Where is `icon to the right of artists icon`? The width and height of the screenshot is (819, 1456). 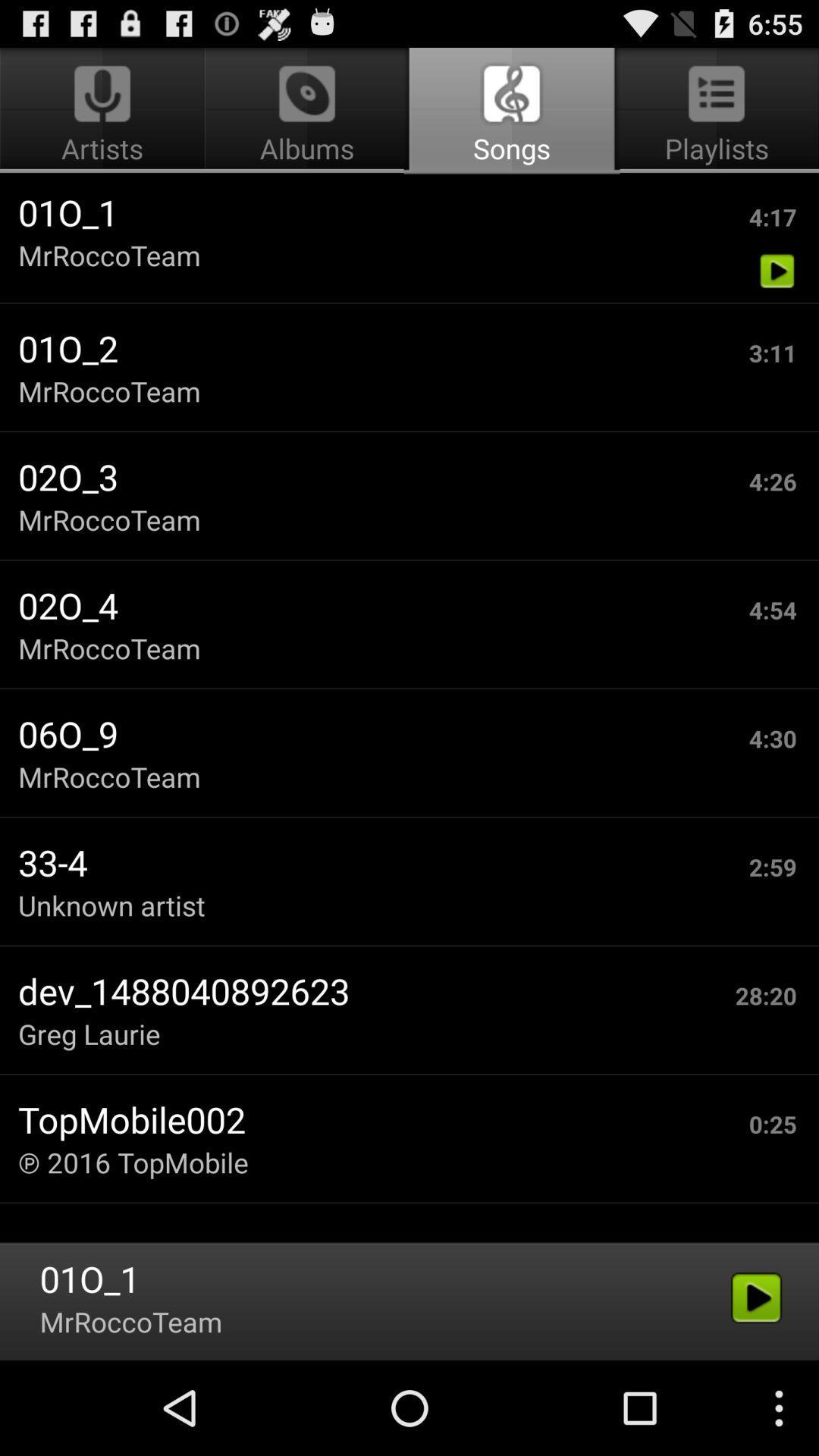 icon to the right of artists icon is located at coordinates (512, 111).